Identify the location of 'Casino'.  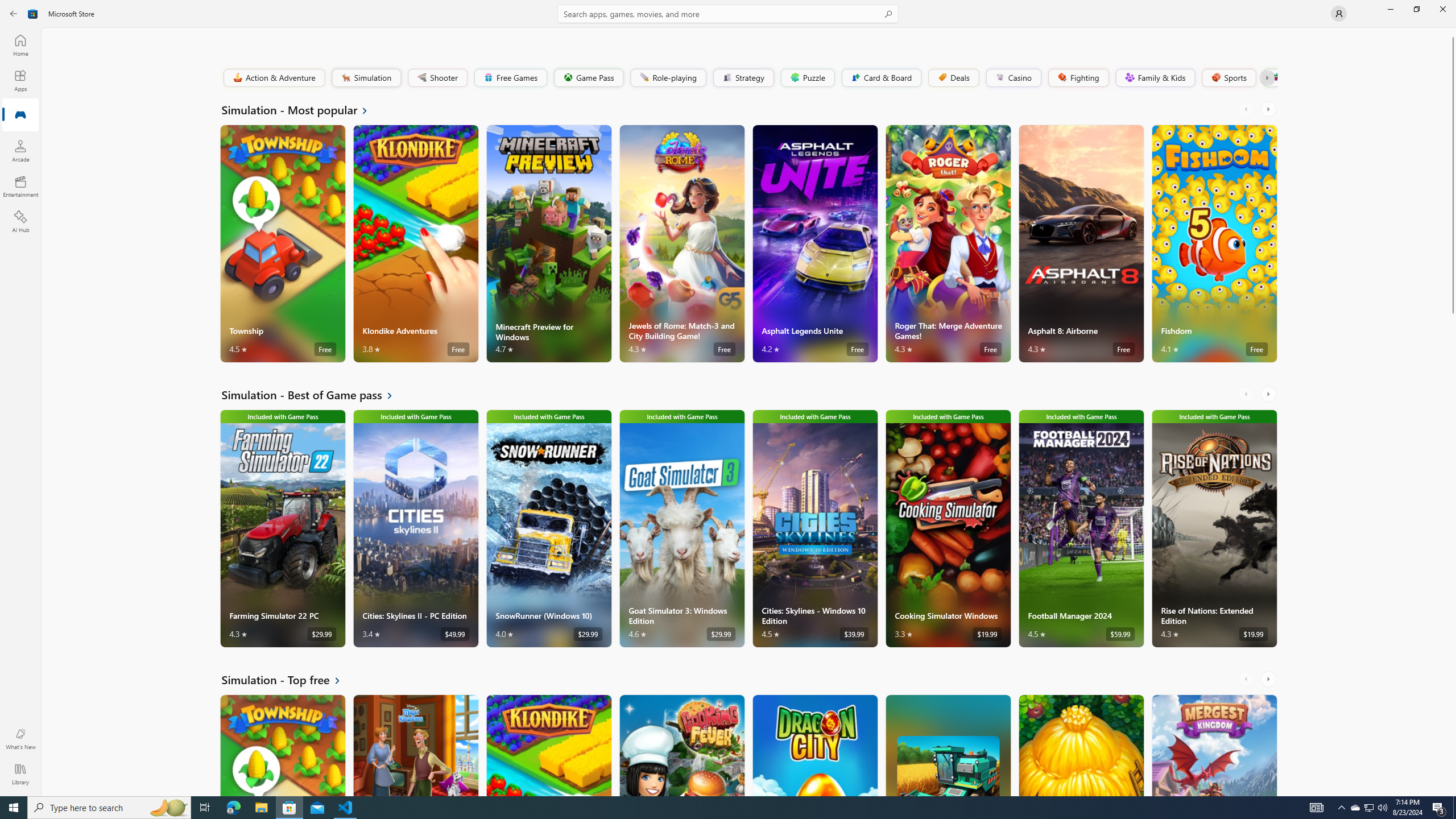
(1013, 77).